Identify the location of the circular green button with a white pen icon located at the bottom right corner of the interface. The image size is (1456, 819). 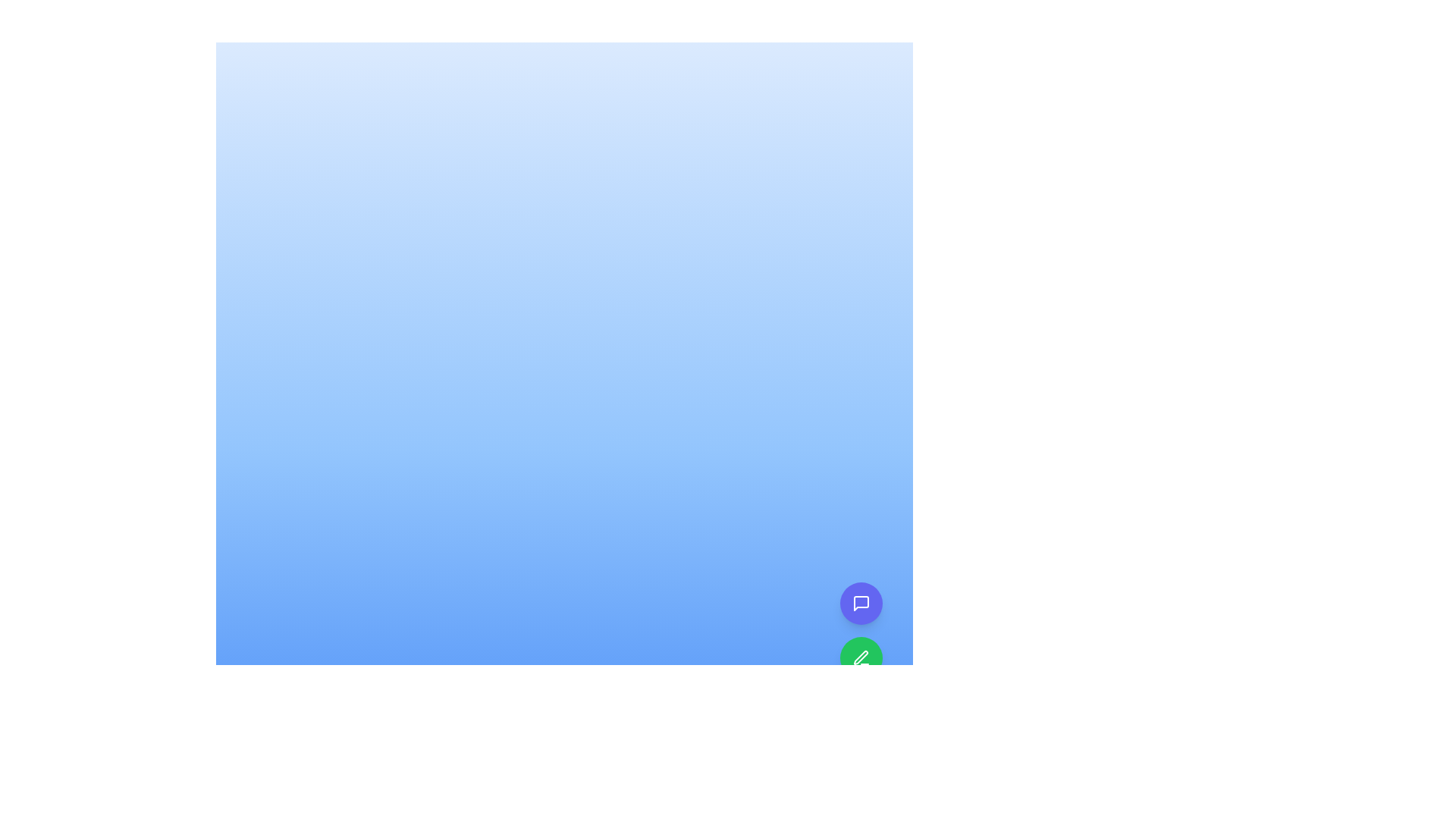
(861, 657).